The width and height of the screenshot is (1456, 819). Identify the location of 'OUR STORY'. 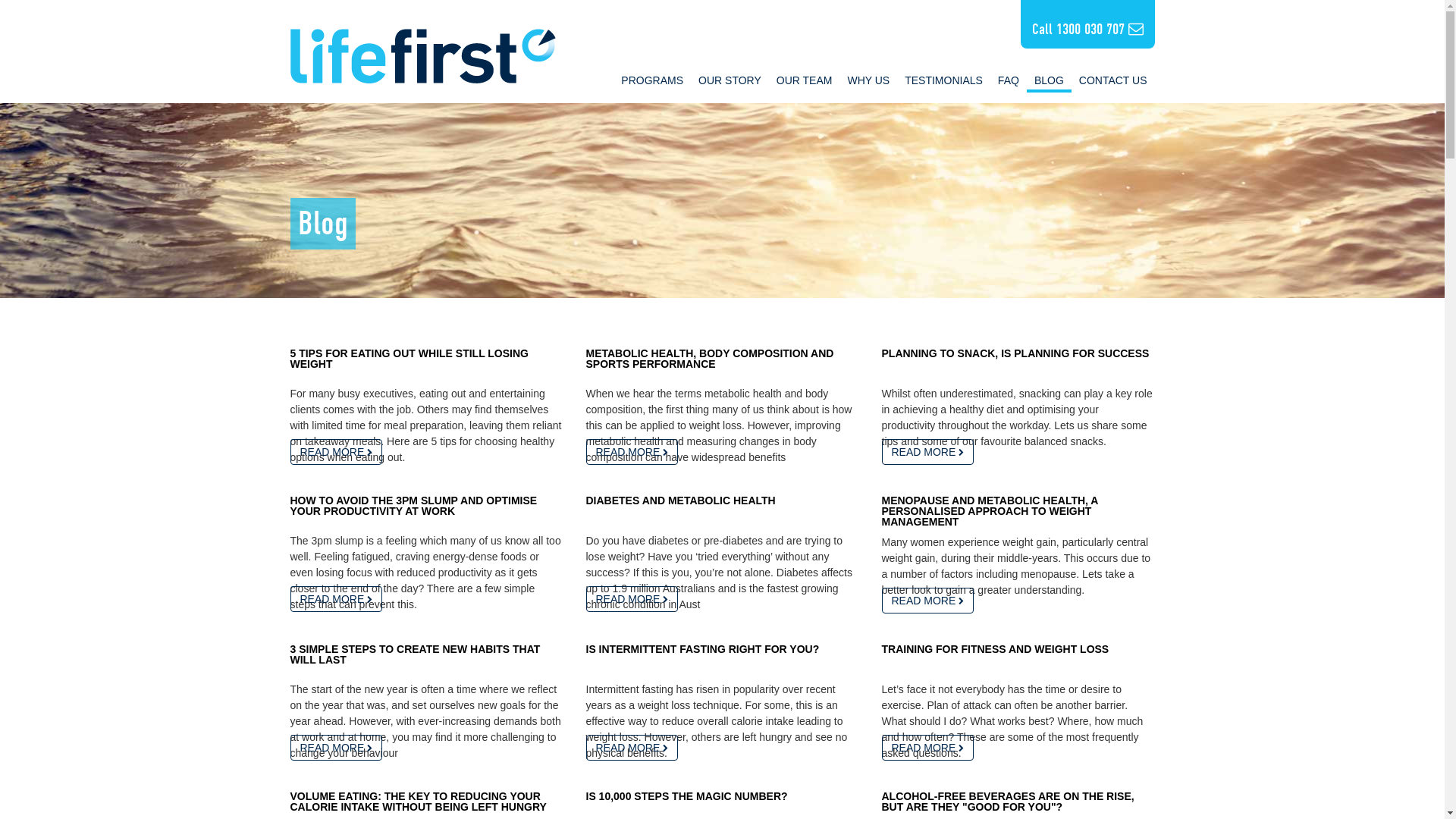
(730, 80).